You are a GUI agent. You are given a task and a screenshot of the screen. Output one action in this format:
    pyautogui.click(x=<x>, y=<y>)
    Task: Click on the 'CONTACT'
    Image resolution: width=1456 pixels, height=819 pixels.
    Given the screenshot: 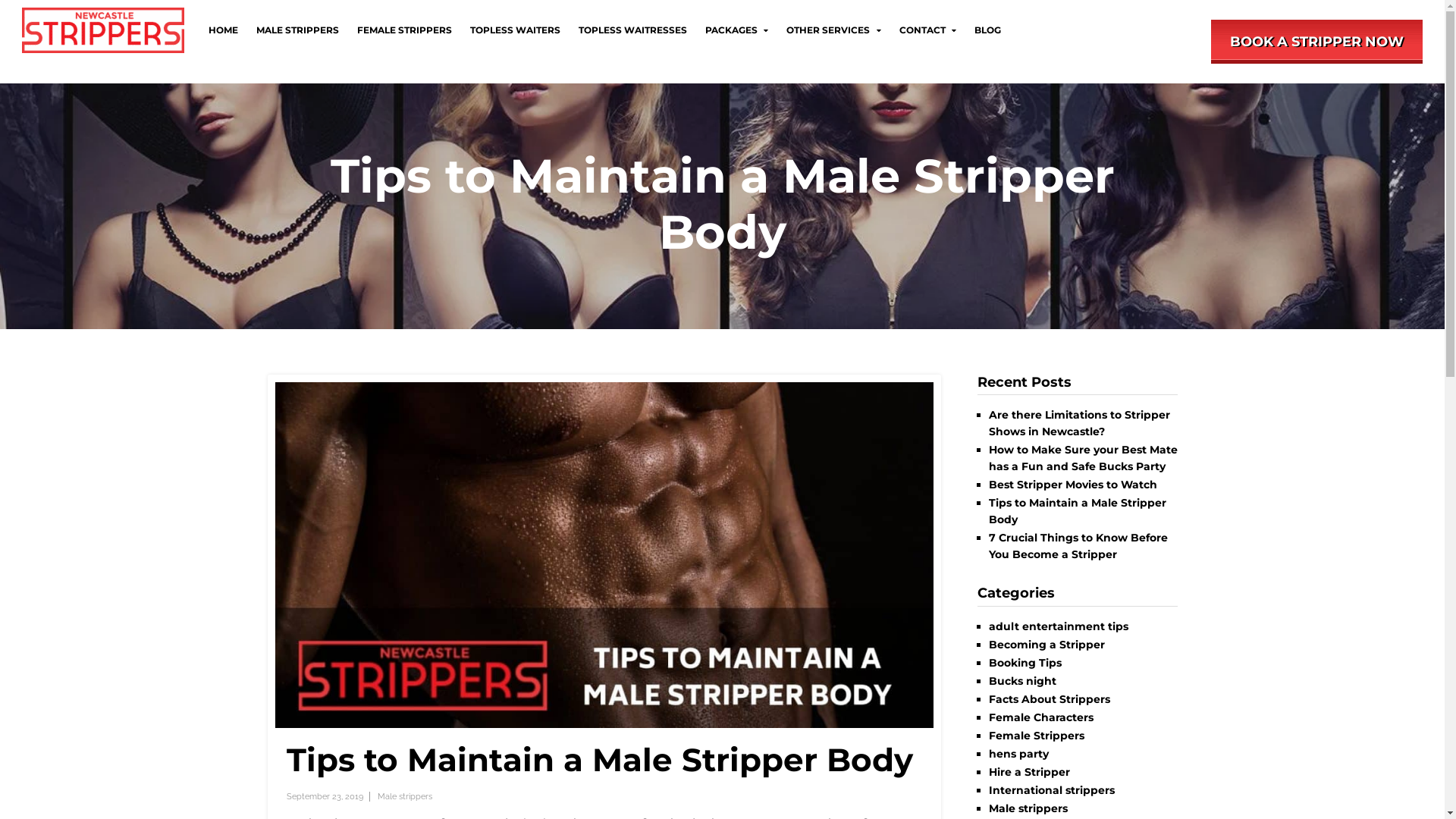 What is the action you would take?
    pyautogui.click(x=927, y=30)
    